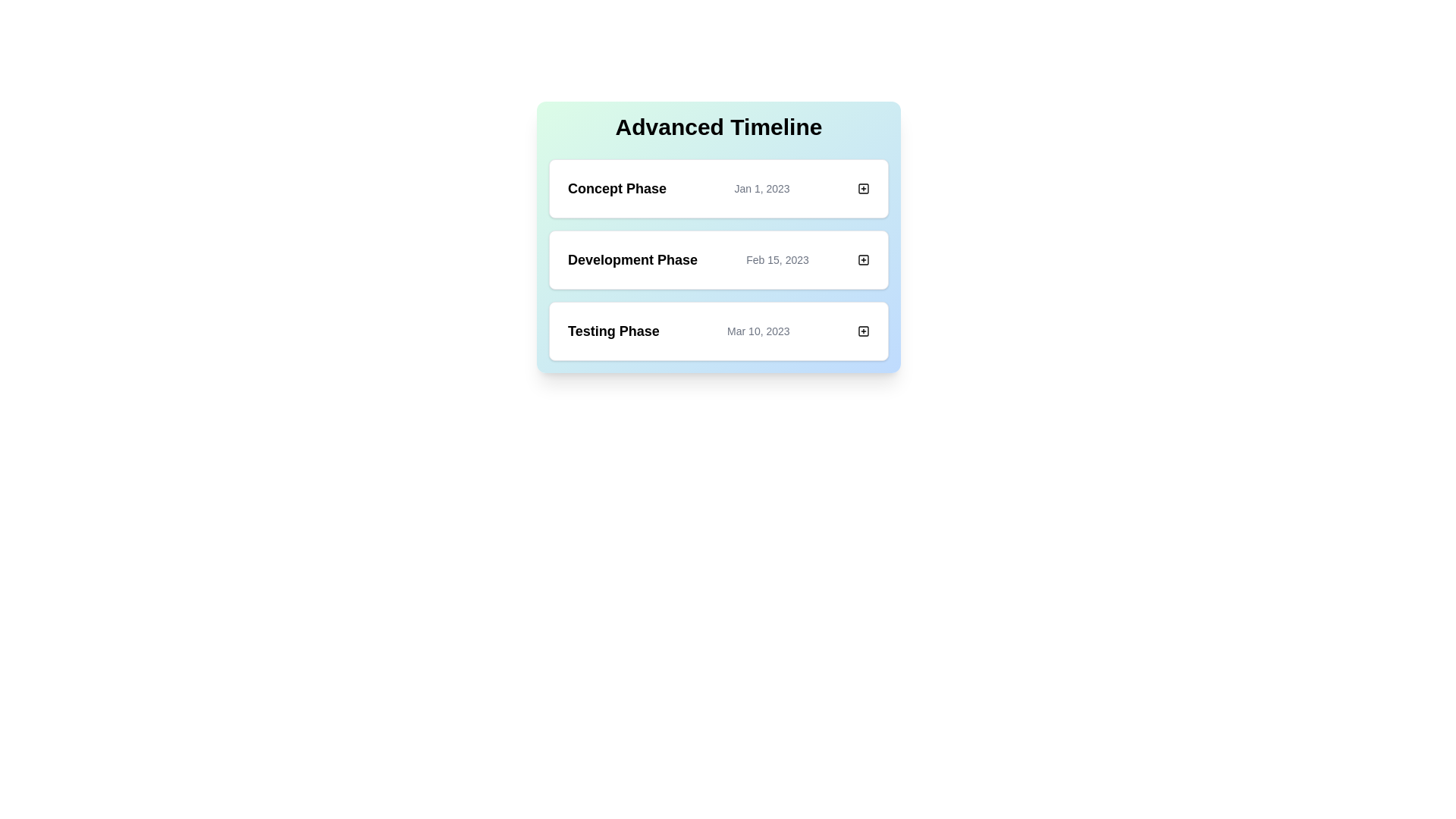  What do you see at coordinates (863, 259) in the screenshot?
I see `the small square-shaped red-bordered button located on the right side of the 'Development Phase' row in the timeline list for interaction` at bounding box center [863, 259].